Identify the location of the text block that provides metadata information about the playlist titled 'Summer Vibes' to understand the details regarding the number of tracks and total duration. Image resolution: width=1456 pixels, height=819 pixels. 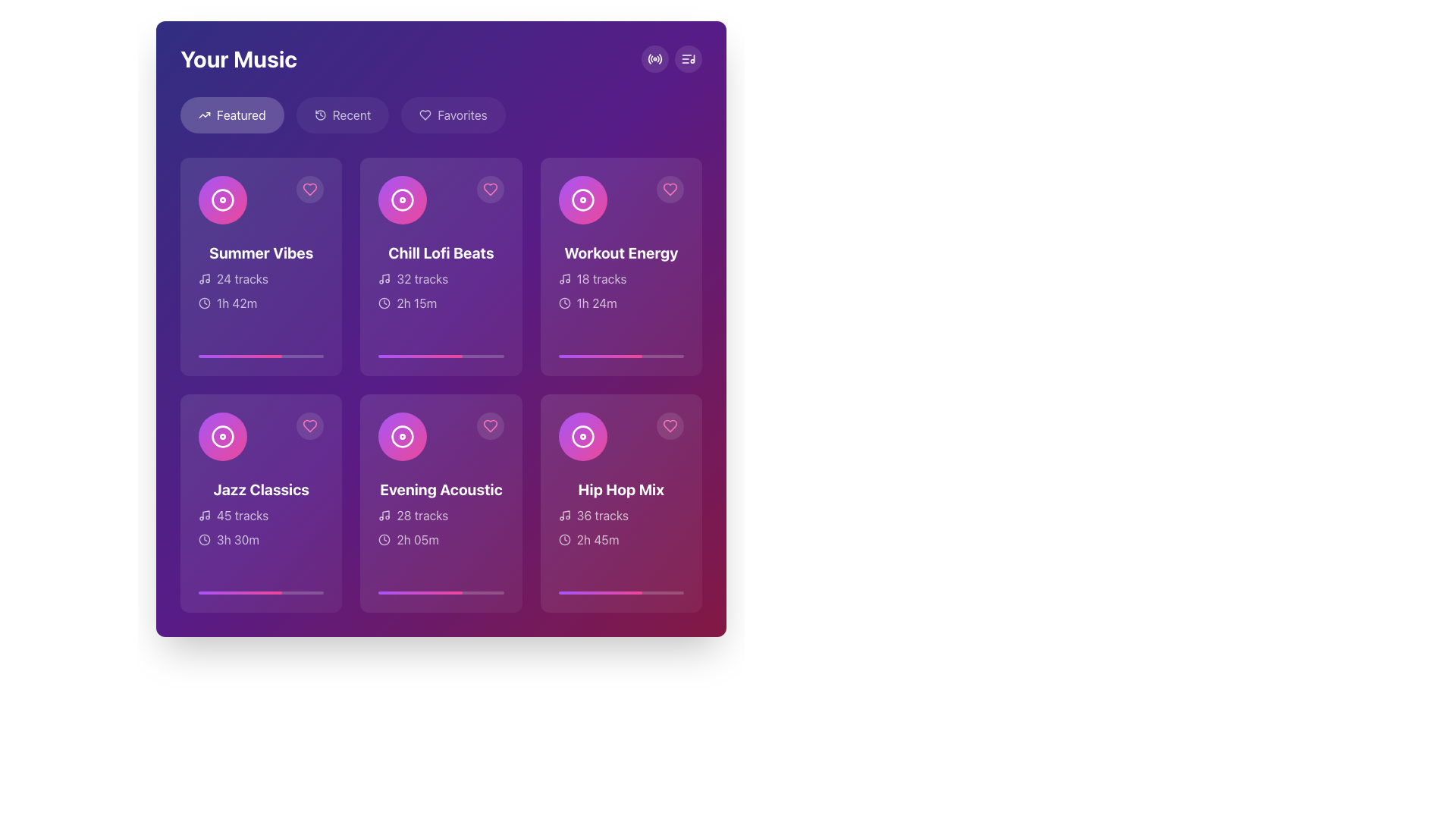
(261, 291).